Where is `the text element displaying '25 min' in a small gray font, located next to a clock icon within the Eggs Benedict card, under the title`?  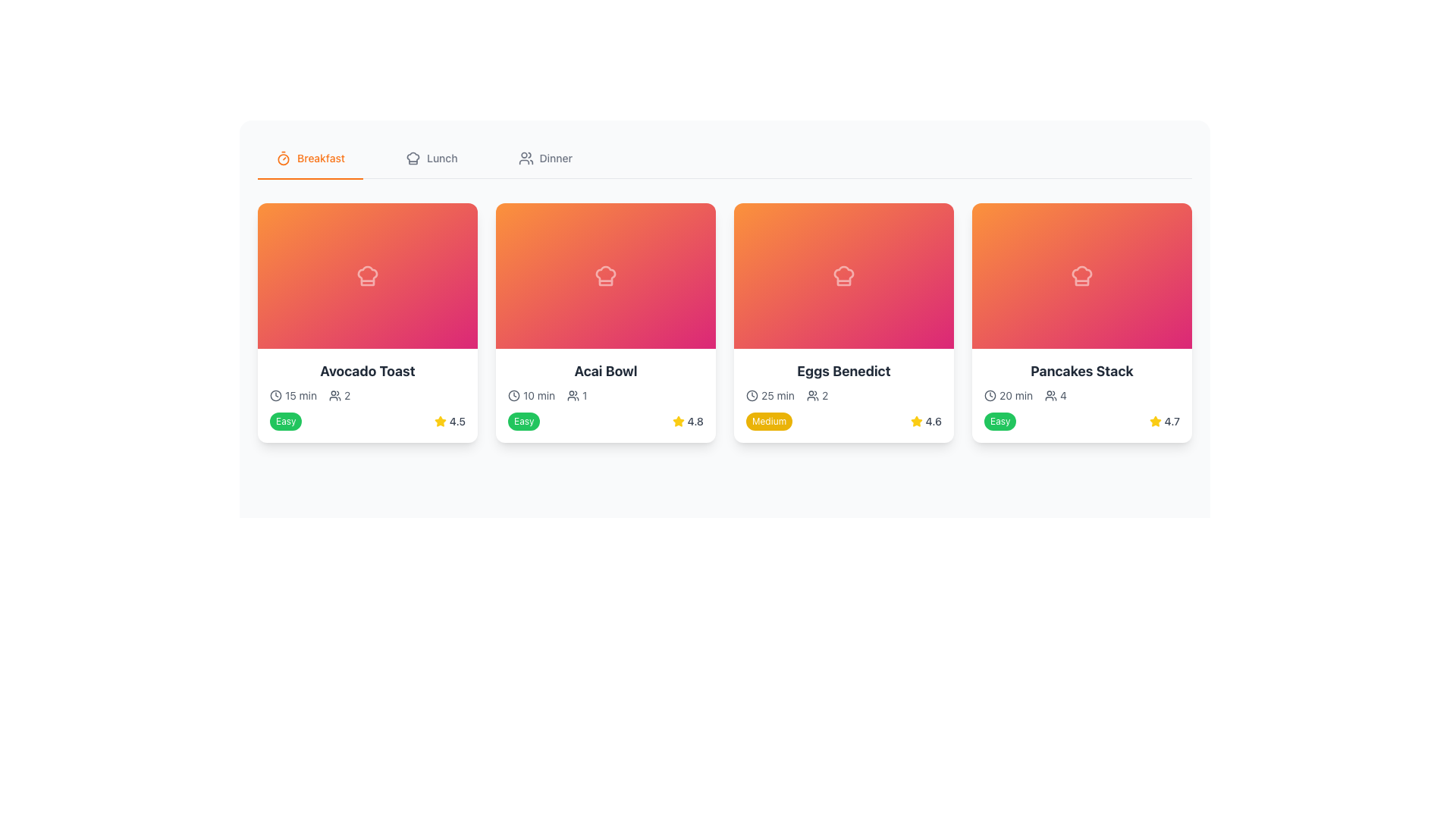
the text element displaying '25 min' in a small gray font, located next to a clock icon within the Eggs Benedict card, under the title is located at coordinates (778, 394).